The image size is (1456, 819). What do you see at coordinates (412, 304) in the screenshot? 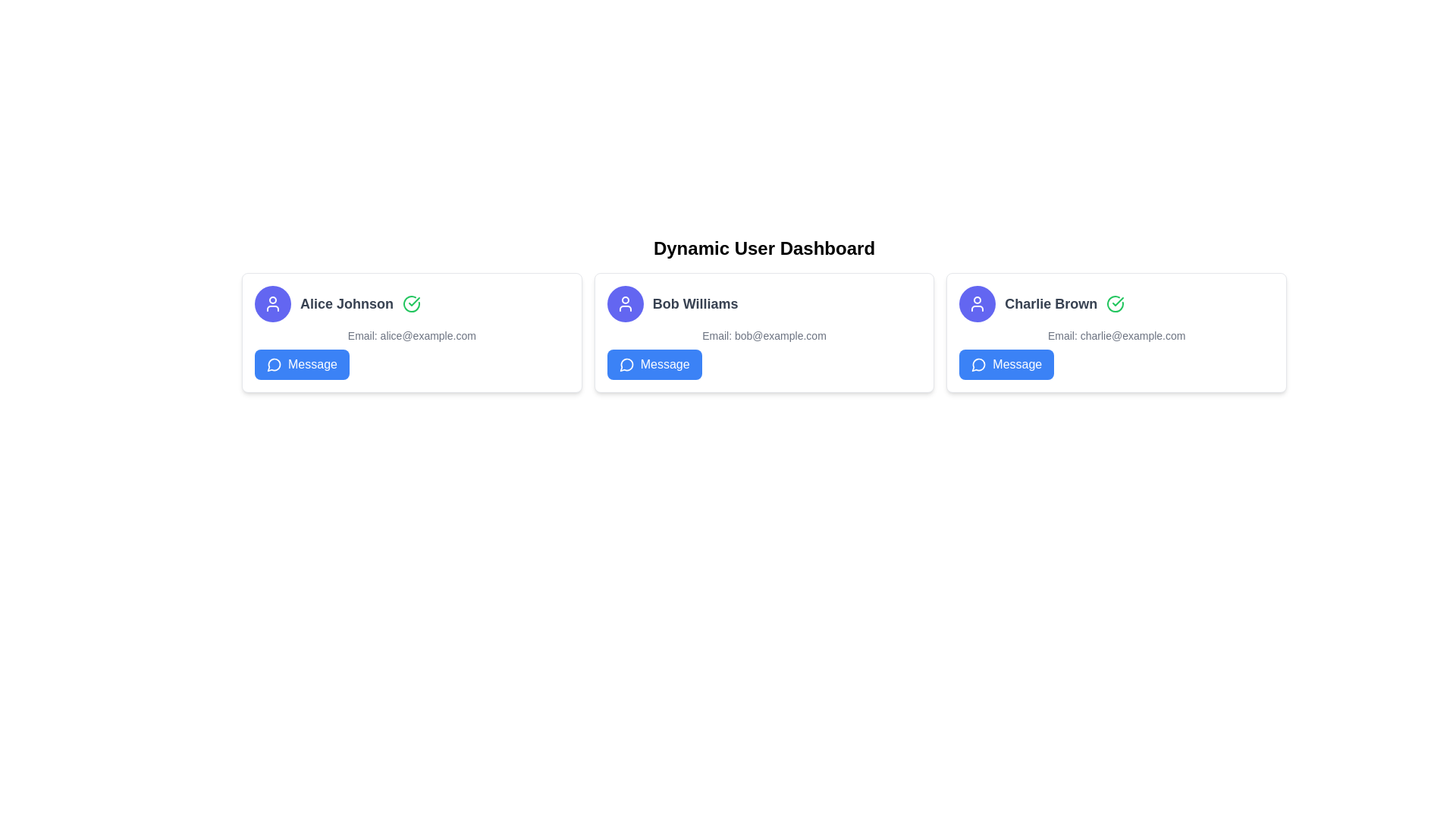
I see `the Label displaying 'Alice Johnson' with a green checkmark icon and a circular purple background containing a white user icon, located at the top of the user detail card` at bounding box center [412, 304].